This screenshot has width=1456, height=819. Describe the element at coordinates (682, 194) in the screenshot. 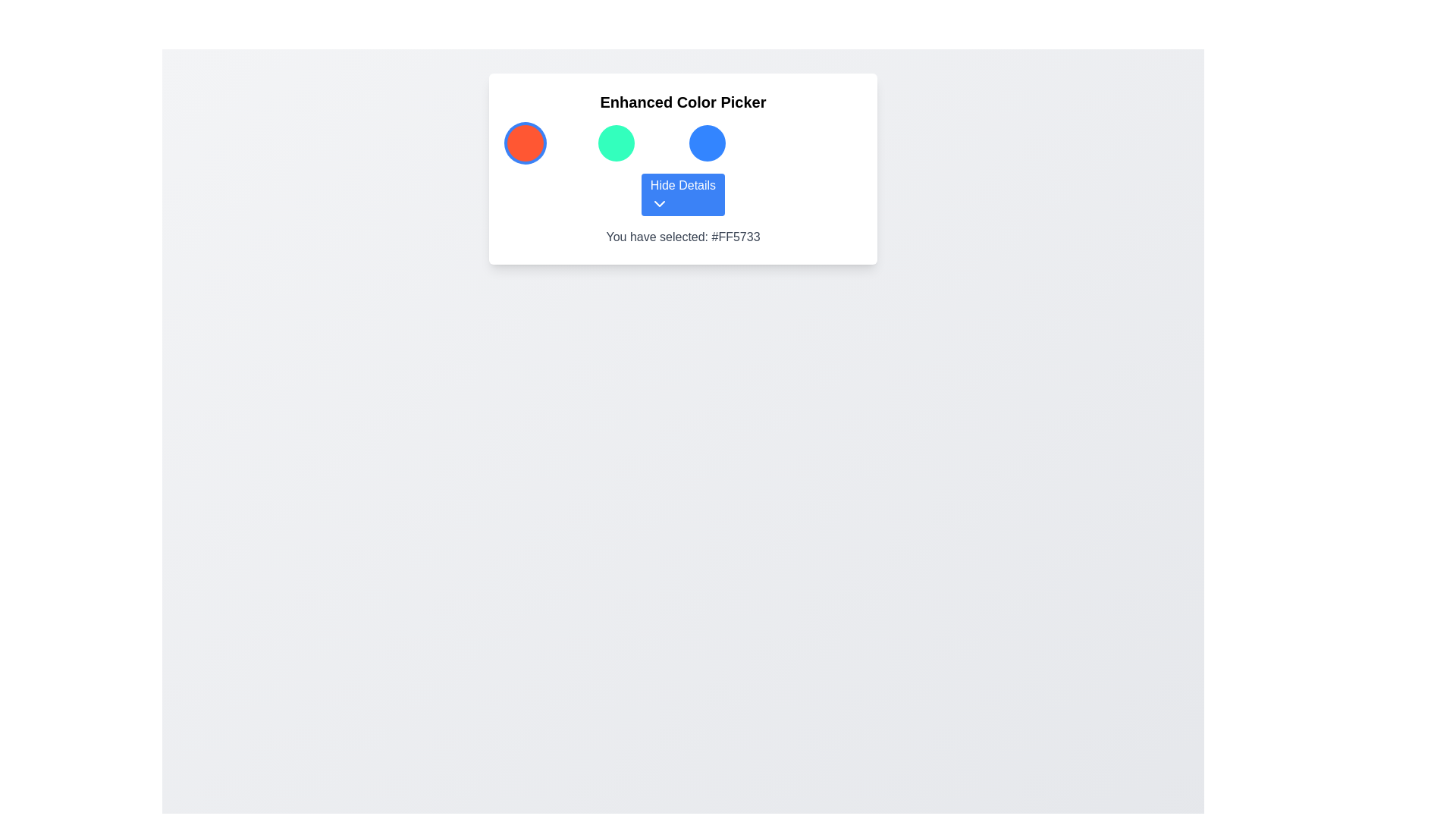

I see `the button located centrally below a row of three circular color indicators within the color picker interface` at that location.